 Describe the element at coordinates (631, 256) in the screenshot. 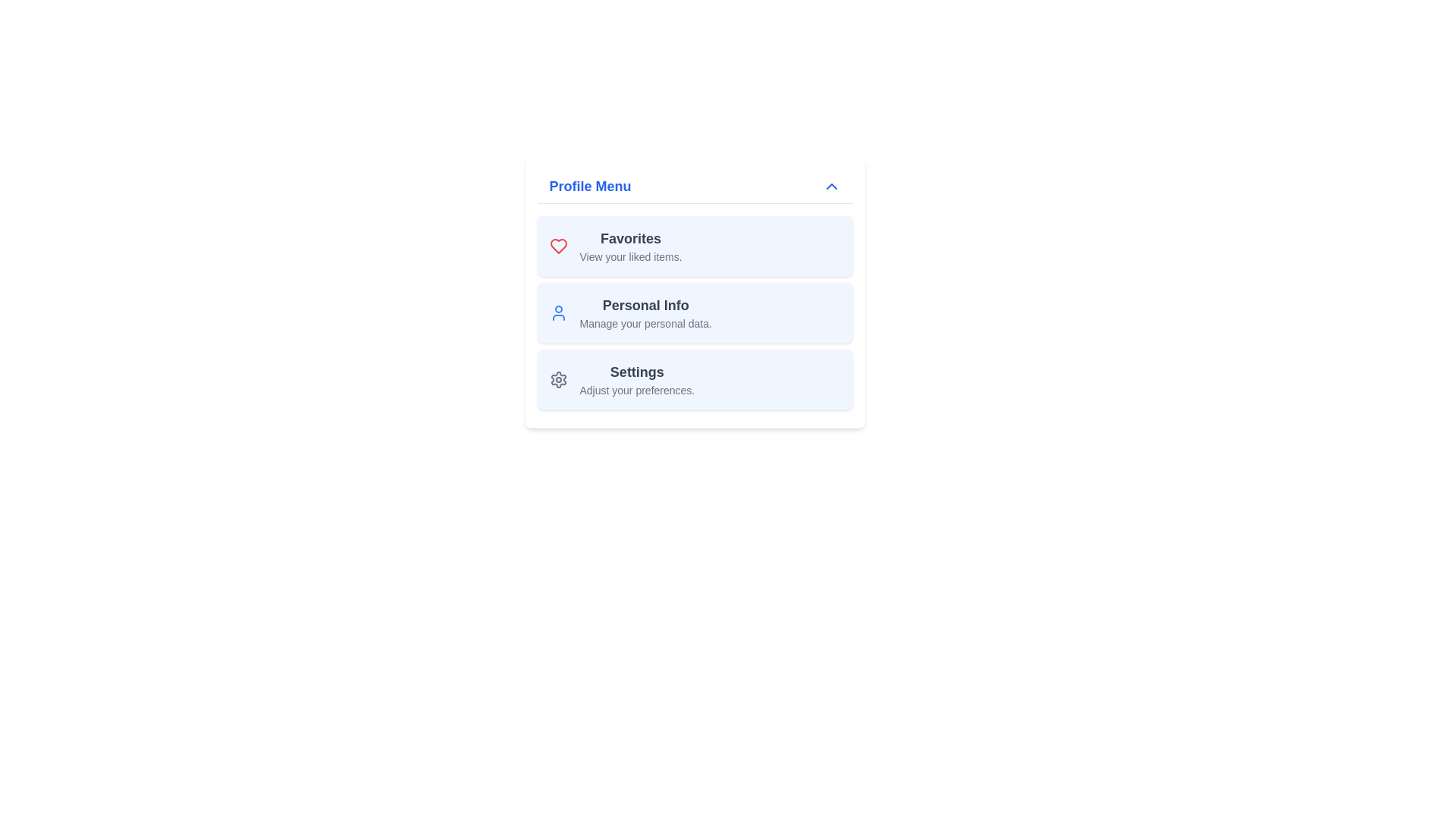

I see `the text label that reads 'View your liked items.' located below the 'Favorites' label in the profile menu interface` at that location.